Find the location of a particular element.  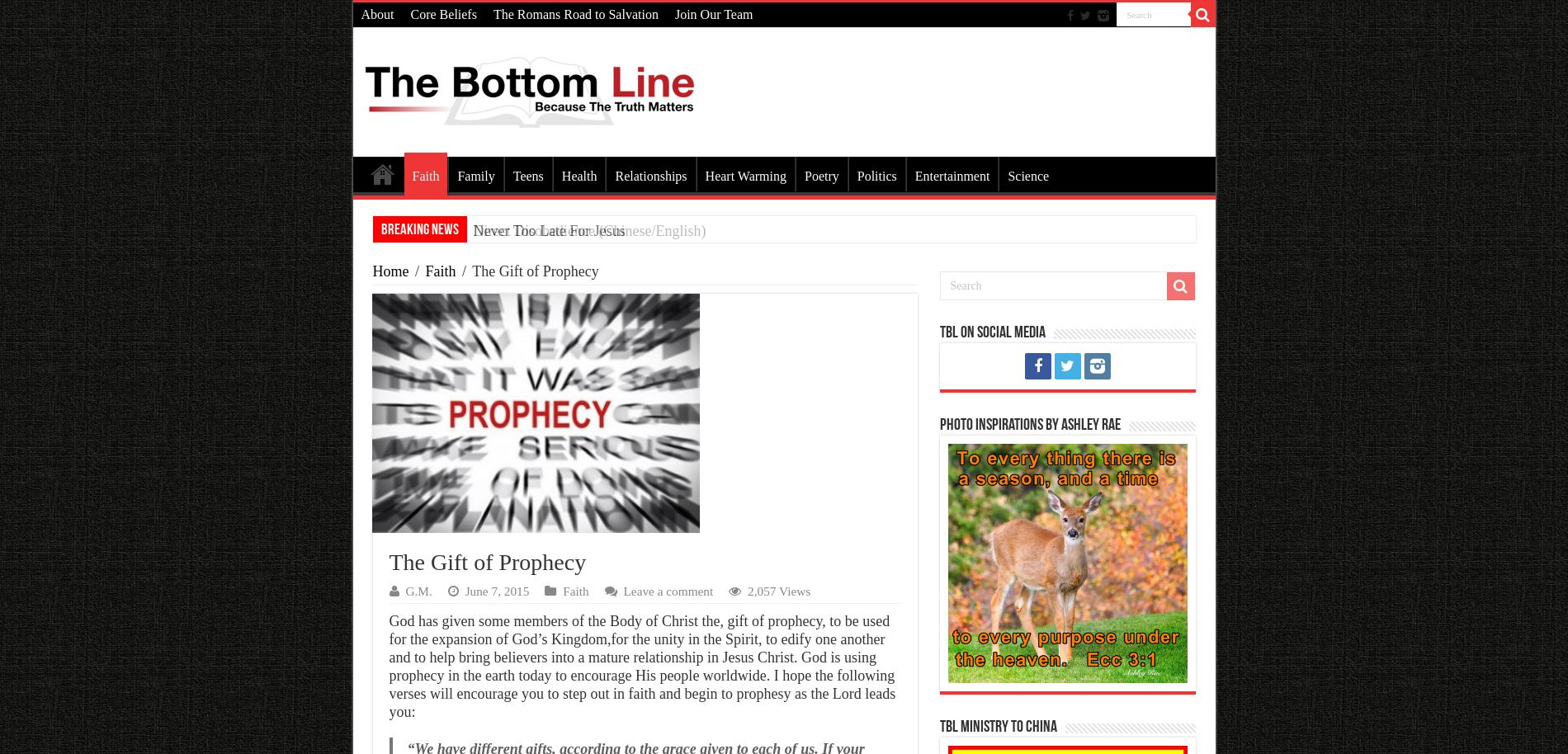

'Photo Inspirations by Ashley Rae' is located at coordinates (938, 425).